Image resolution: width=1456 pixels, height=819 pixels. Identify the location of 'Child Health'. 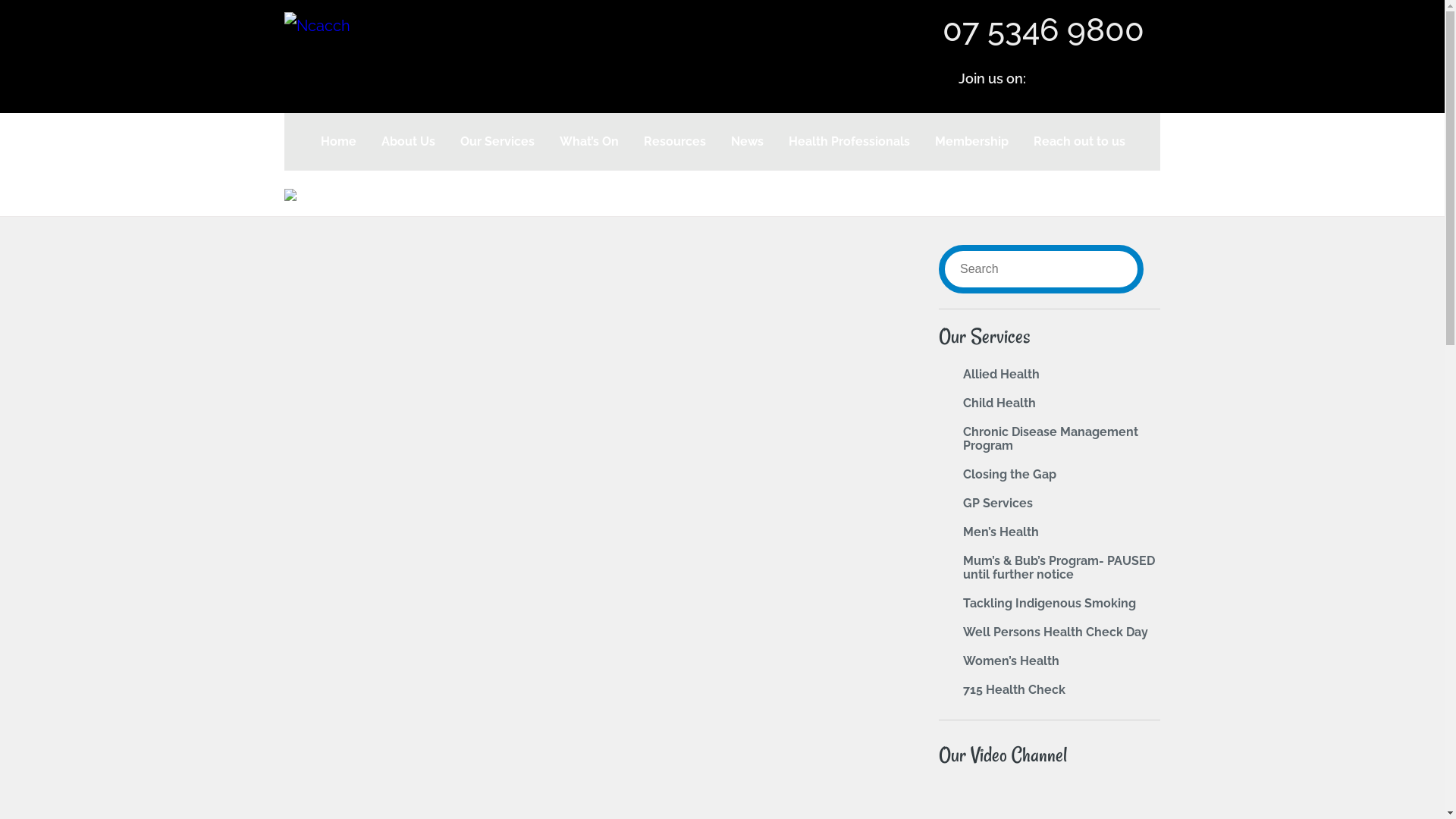
(999, 402).